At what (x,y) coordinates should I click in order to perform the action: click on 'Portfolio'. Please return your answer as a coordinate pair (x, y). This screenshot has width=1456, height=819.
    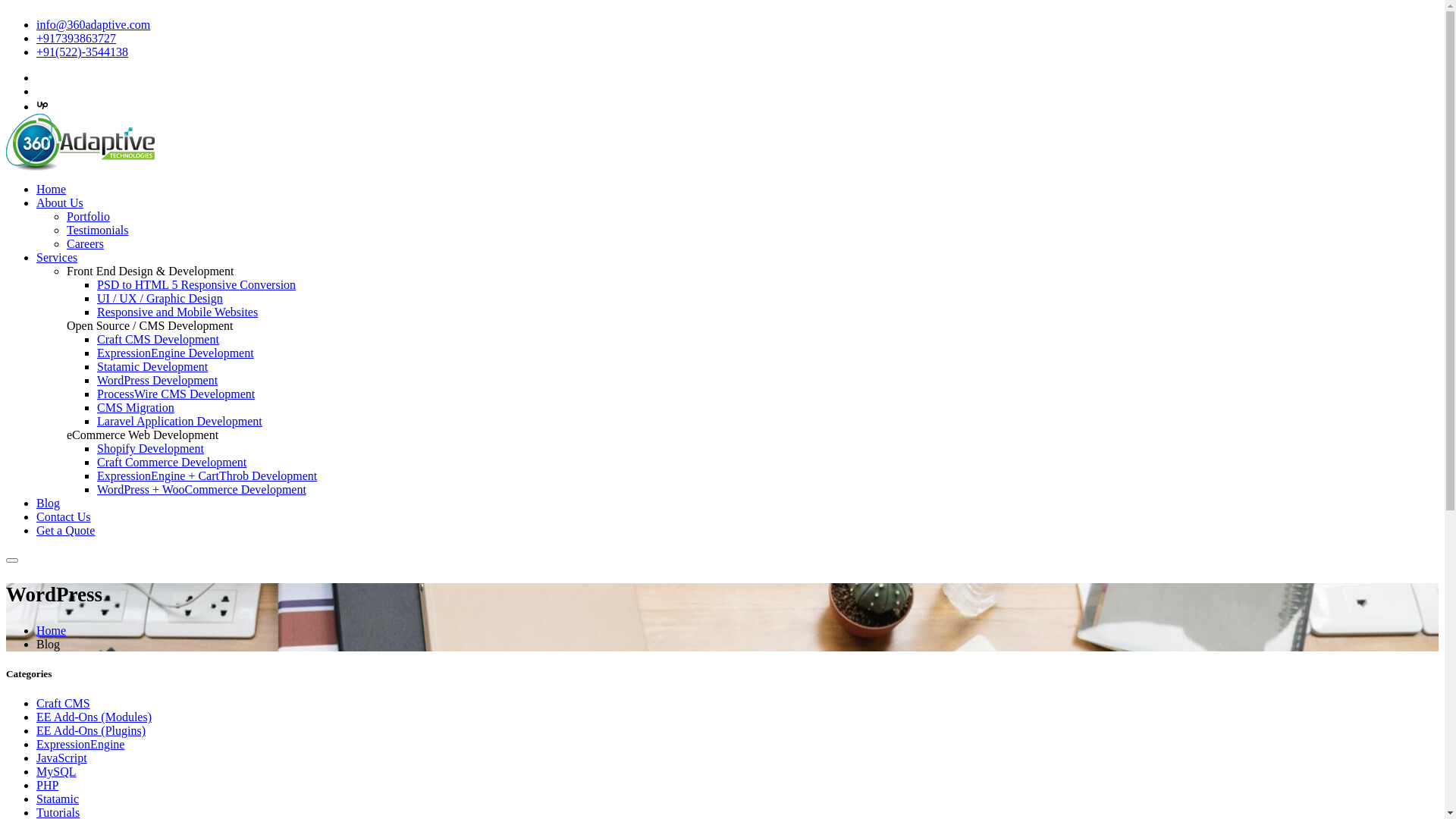
    Looking at the image, I should click on (87, 216).